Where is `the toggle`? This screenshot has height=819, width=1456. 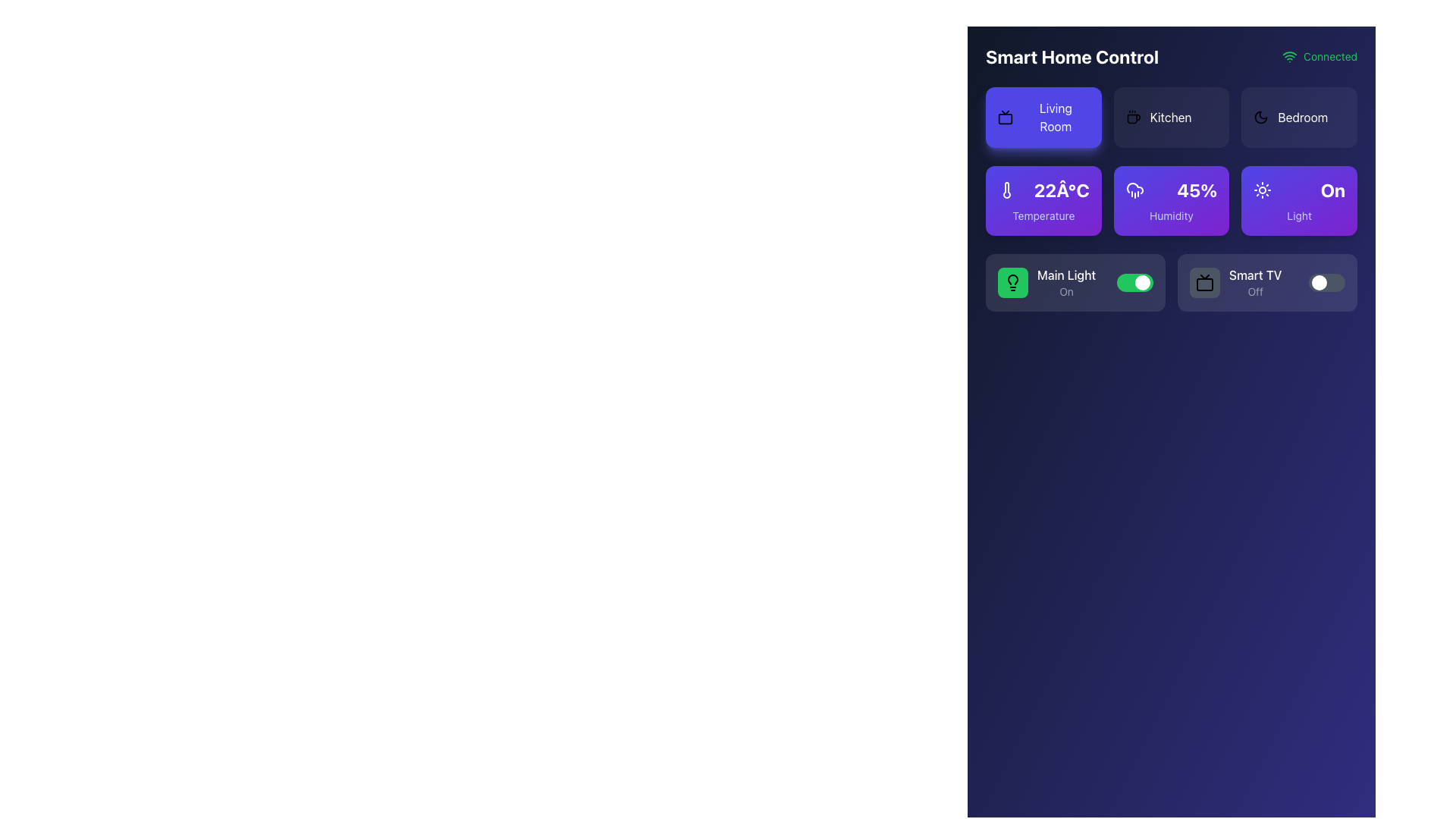
the toggle is located at coordinates (1310, 283).